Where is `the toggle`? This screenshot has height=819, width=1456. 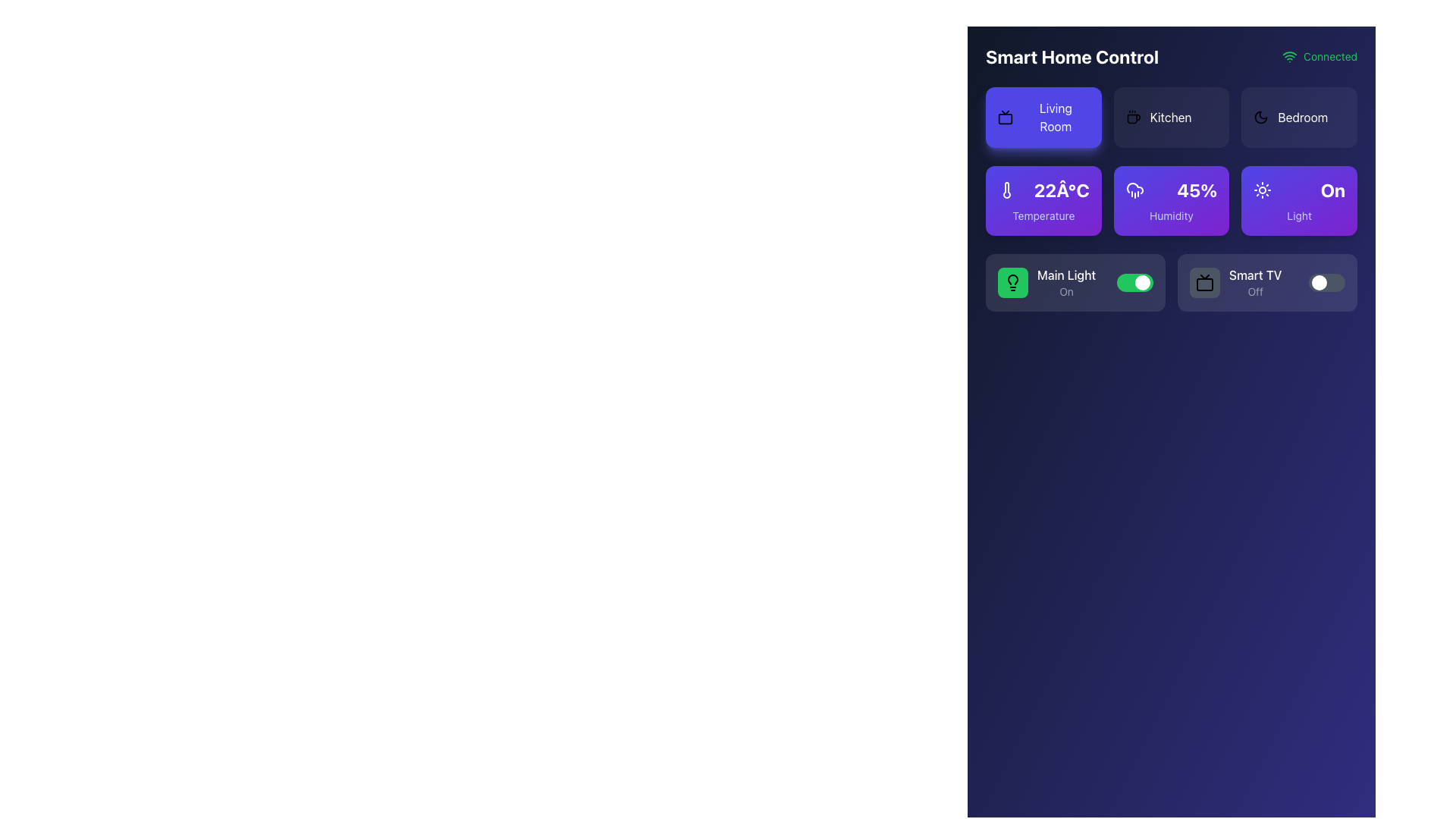
the toggle is located at coordinates (1310, 283).